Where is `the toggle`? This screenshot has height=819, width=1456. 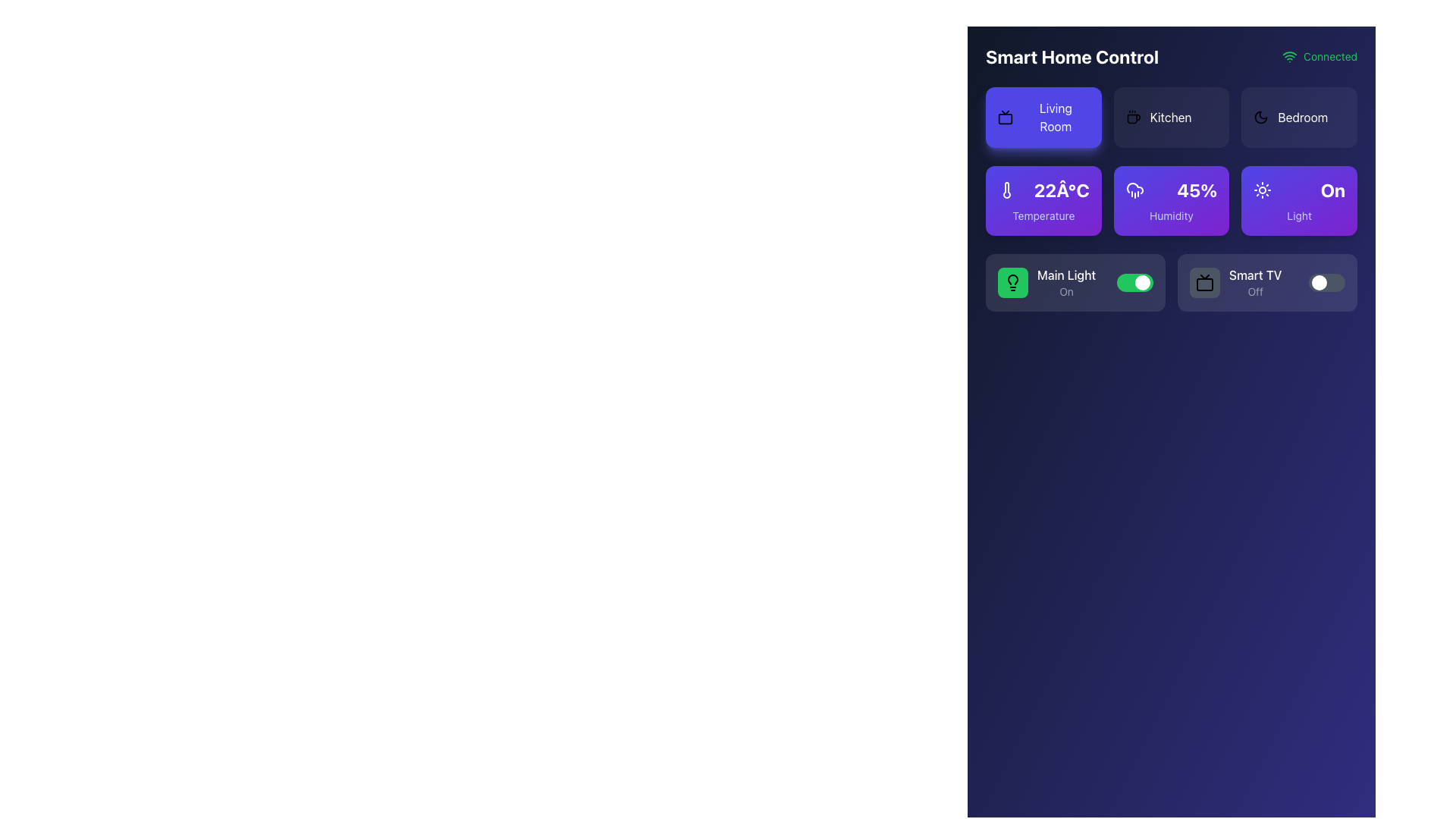
the toggle is located at coordinates (1310, 283).